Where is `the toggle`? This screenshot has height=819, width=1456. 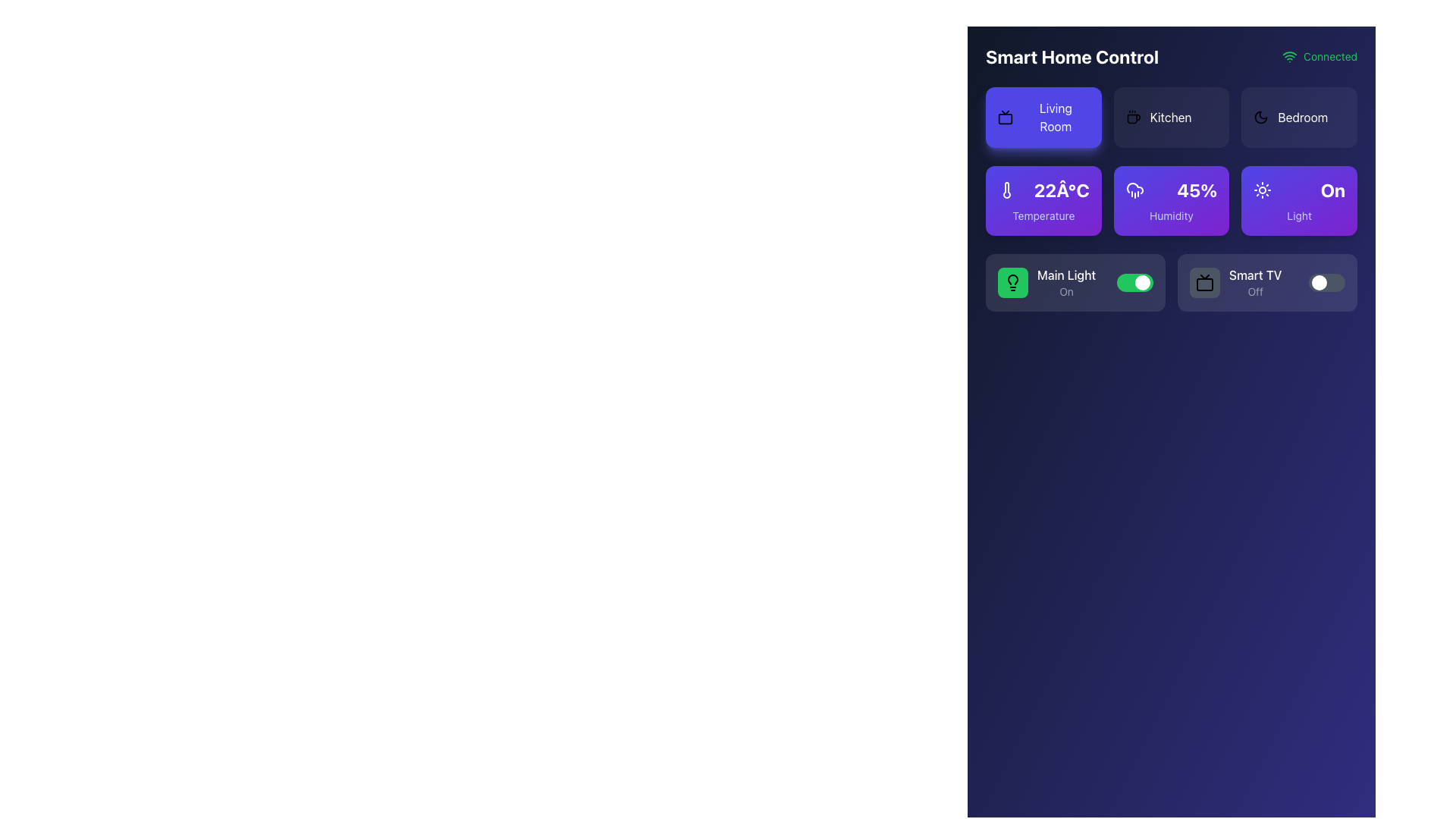
the toggle is located at coordinates (1310, 283).